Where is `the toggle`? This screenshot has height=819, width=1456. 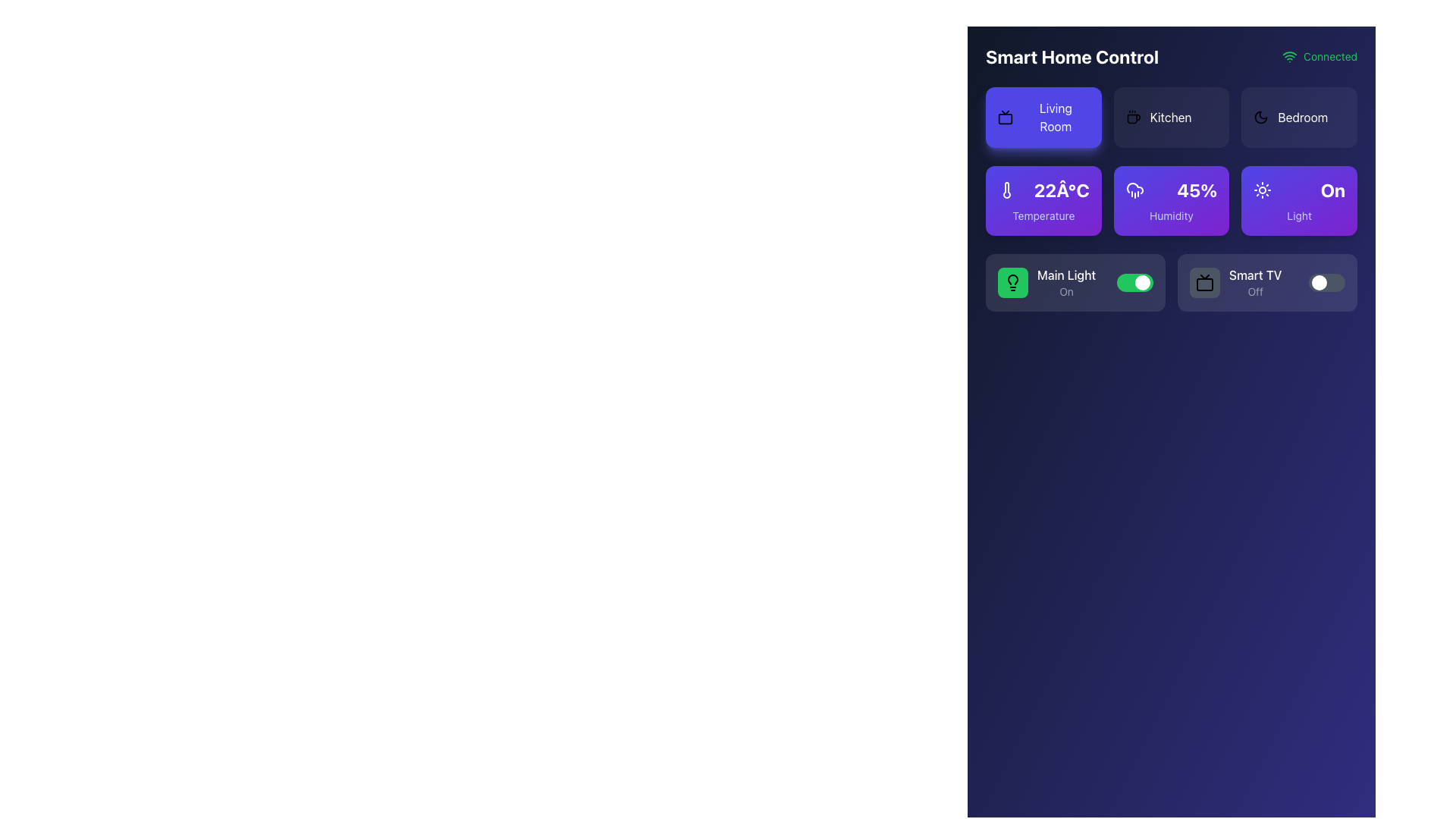
the toggle is located at coordinates (1310, 283).